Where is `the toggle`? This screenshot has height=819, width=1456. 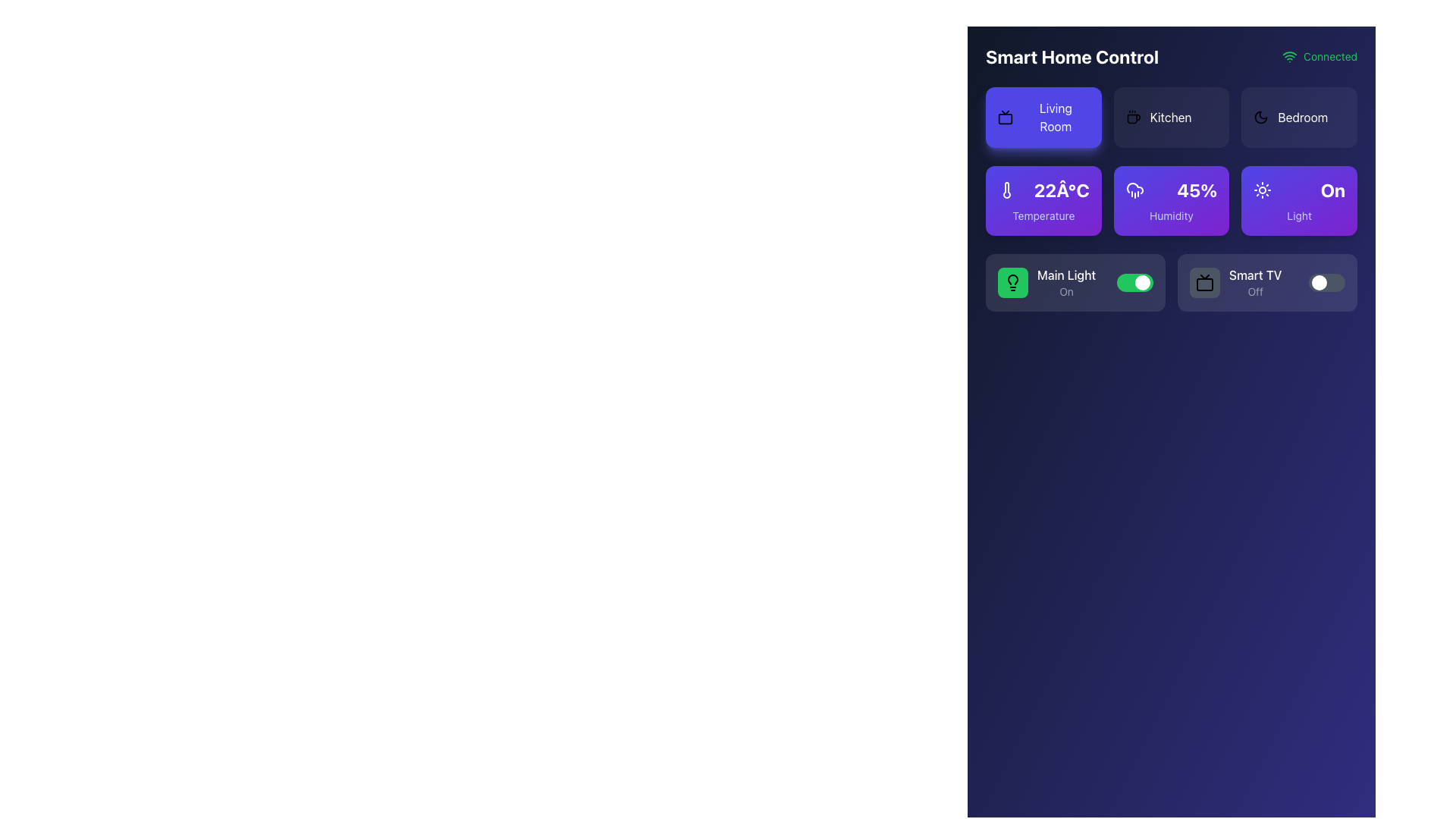
the toggle is located at coordinates (1310, 283).